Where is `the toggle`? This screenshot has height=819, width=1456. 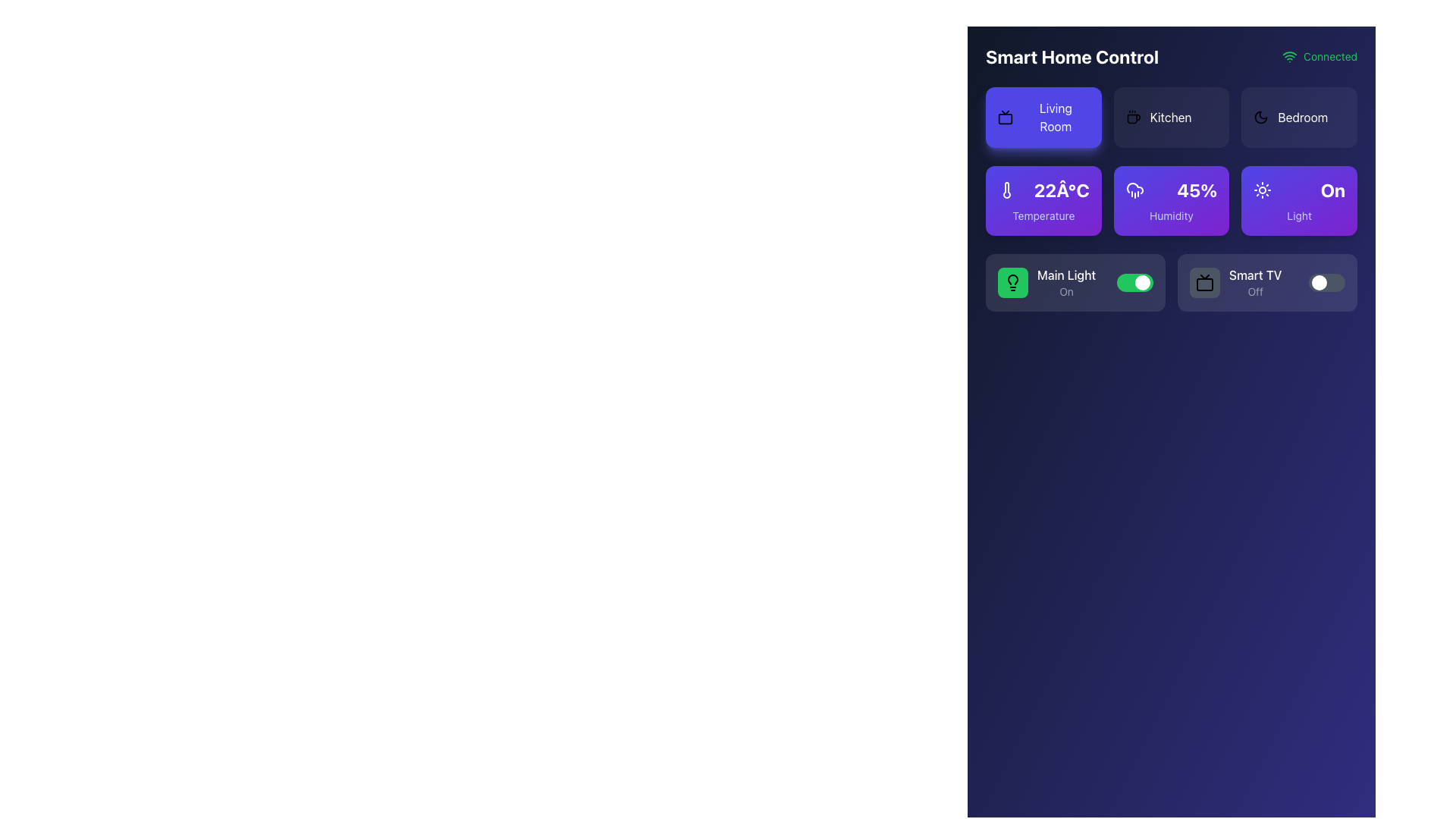
the toggle is located at coordinates (1310, 283).